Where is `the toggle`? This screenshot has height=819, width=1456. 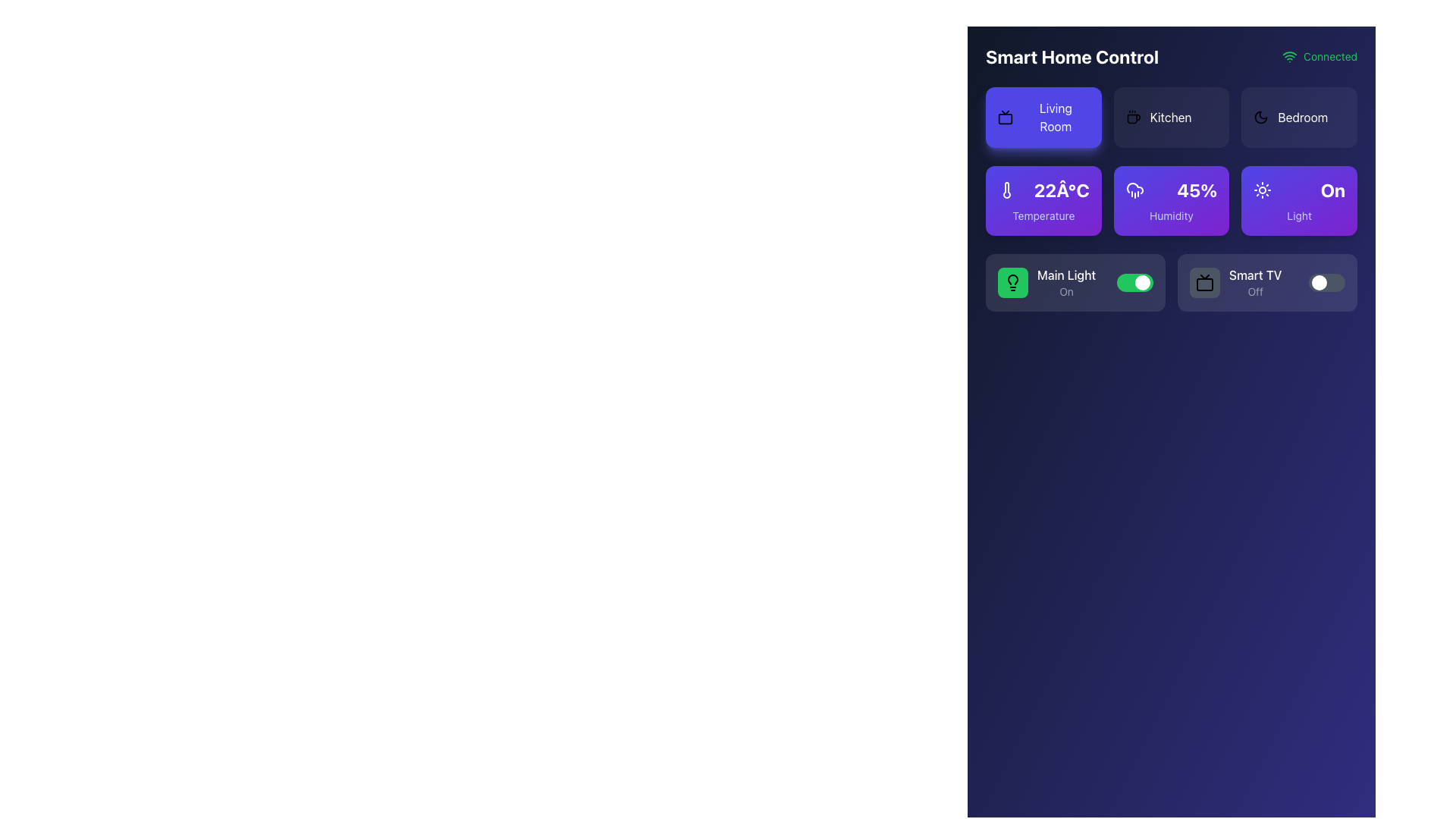
the toggle is located at coordinates (1310, 283).